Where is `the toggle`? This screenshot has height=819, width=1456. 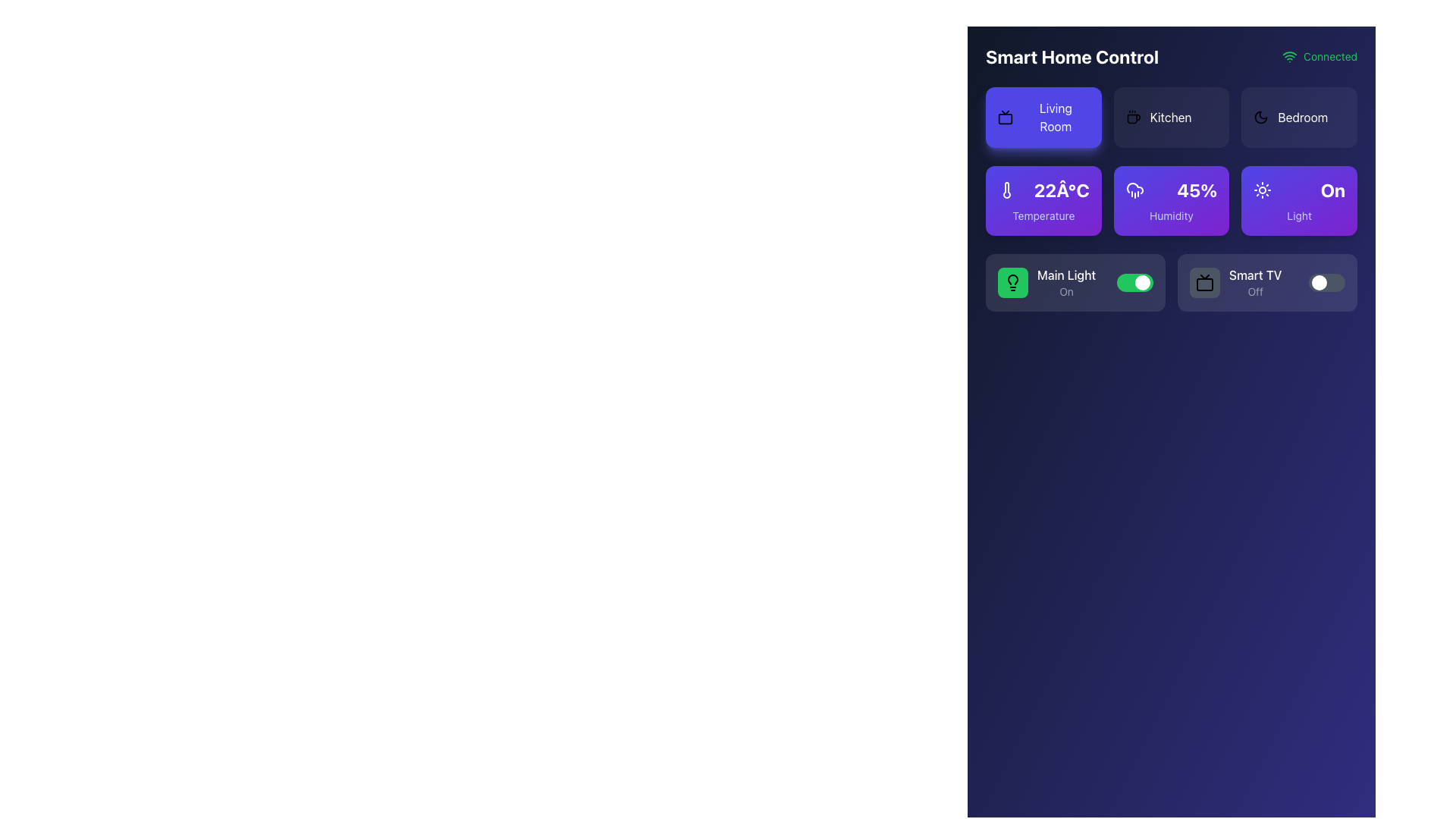
the toggle is located at coordinates (1310, 283).